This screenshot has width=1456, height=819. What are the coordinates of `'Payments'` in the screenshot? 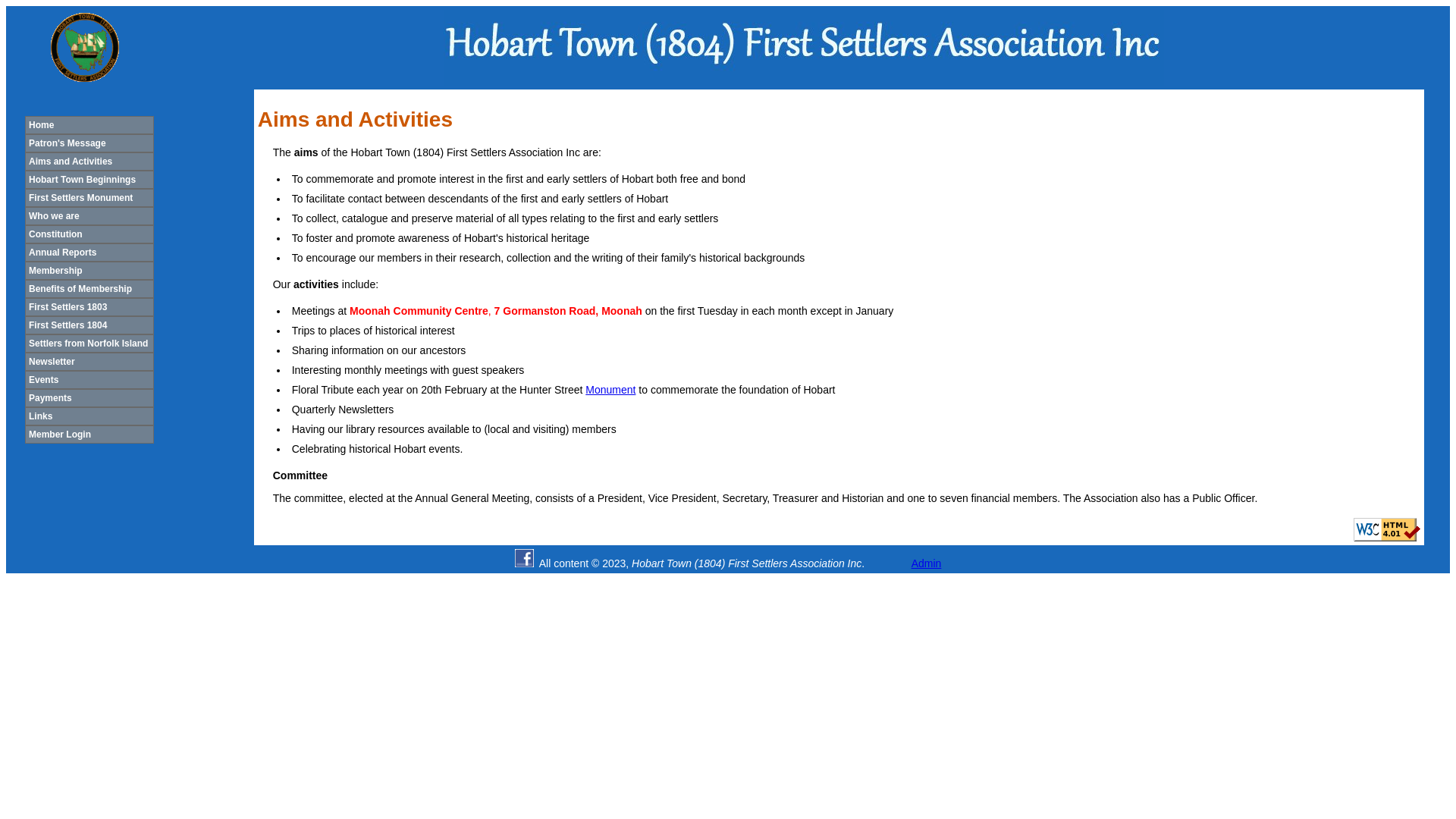 It's located at (89, 397).